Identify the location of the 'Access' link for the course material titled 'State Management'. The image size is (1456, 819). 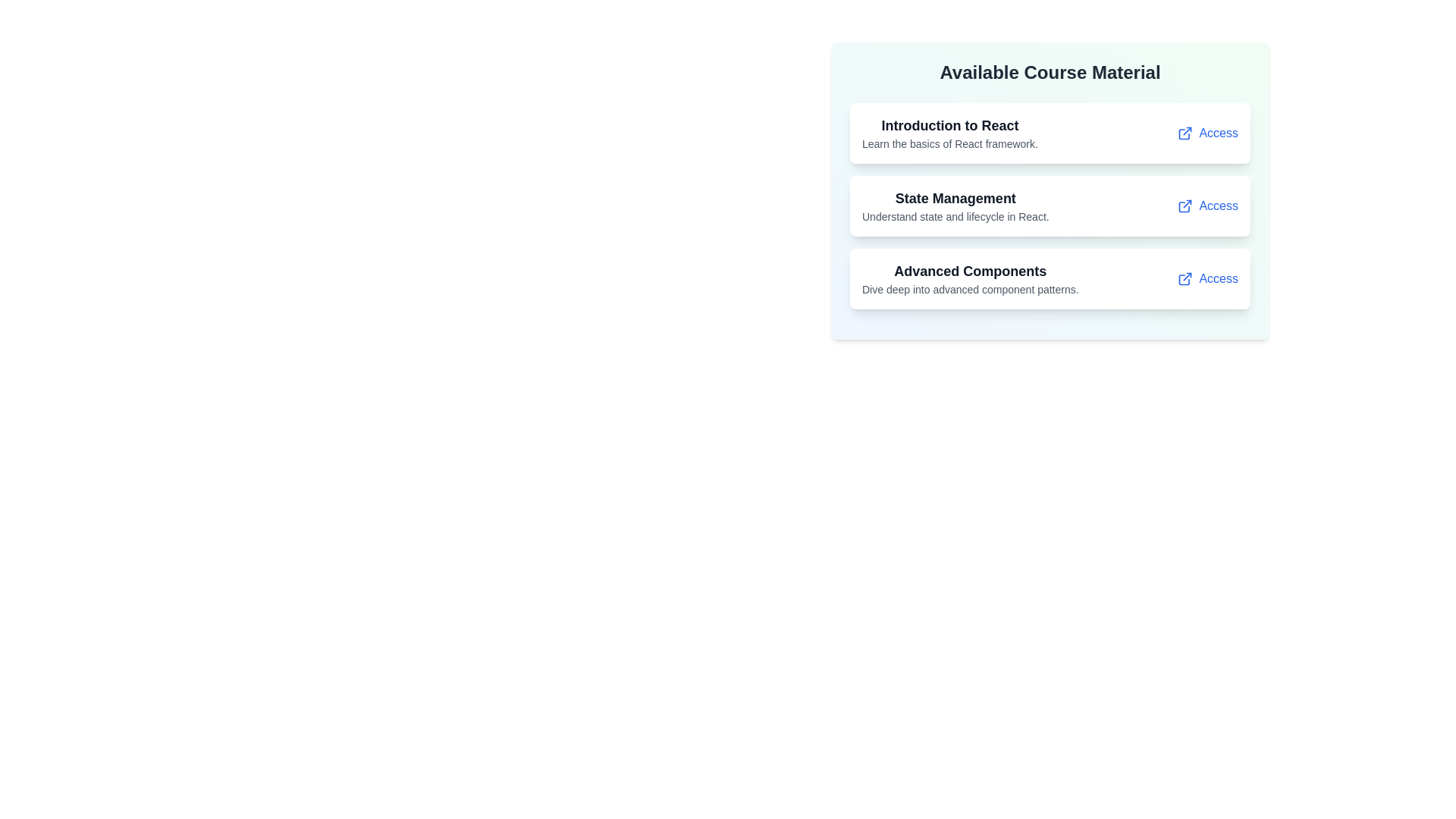
(1207, 206).